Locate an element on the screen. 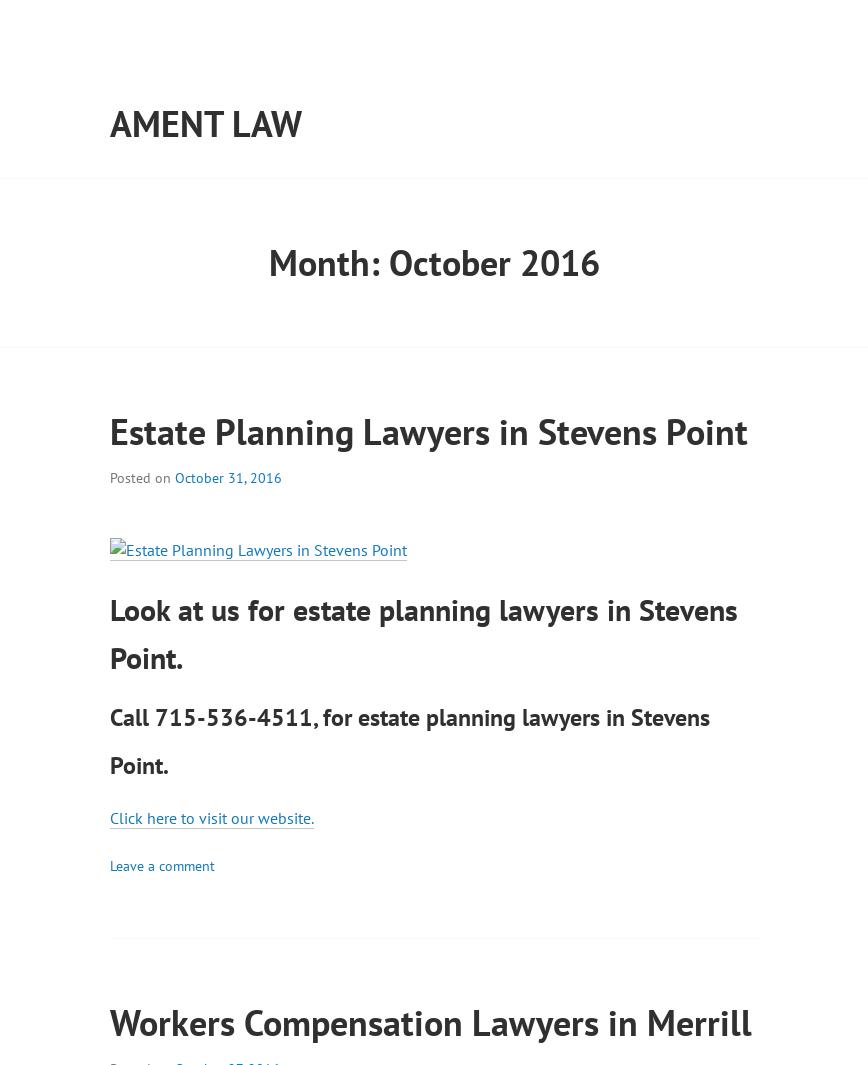 The width and height of the screenshot is (868, 1065). 'October 31, 2016' is located at coordinates (227, 476).